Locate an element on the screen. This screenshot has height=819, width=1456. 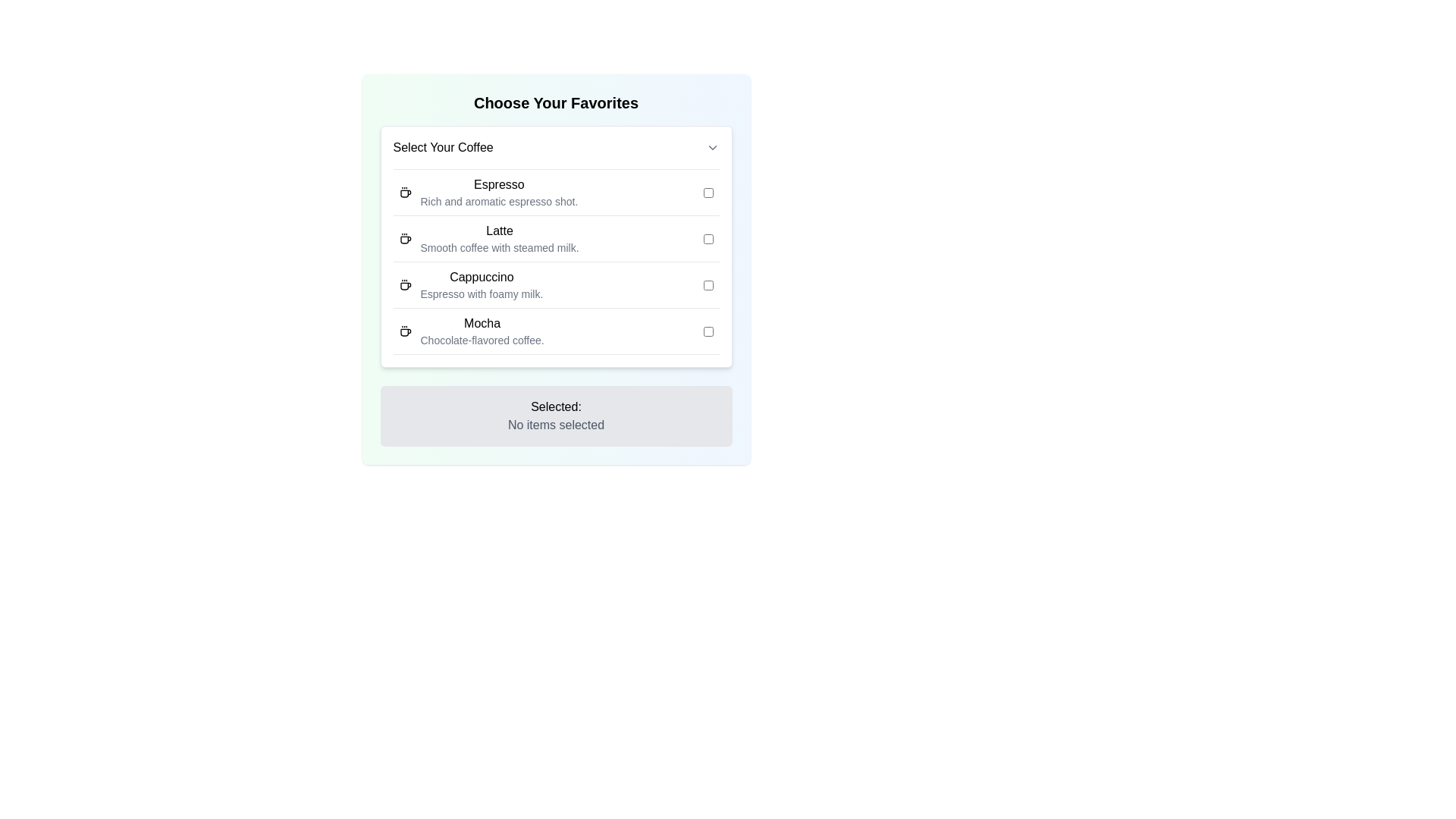
informational text label describing the characteristics of the 'Cappuccino' option, which is positioned beneath the 'Cappuccino' title in the coffee options list is located at coordinates (481, 294).